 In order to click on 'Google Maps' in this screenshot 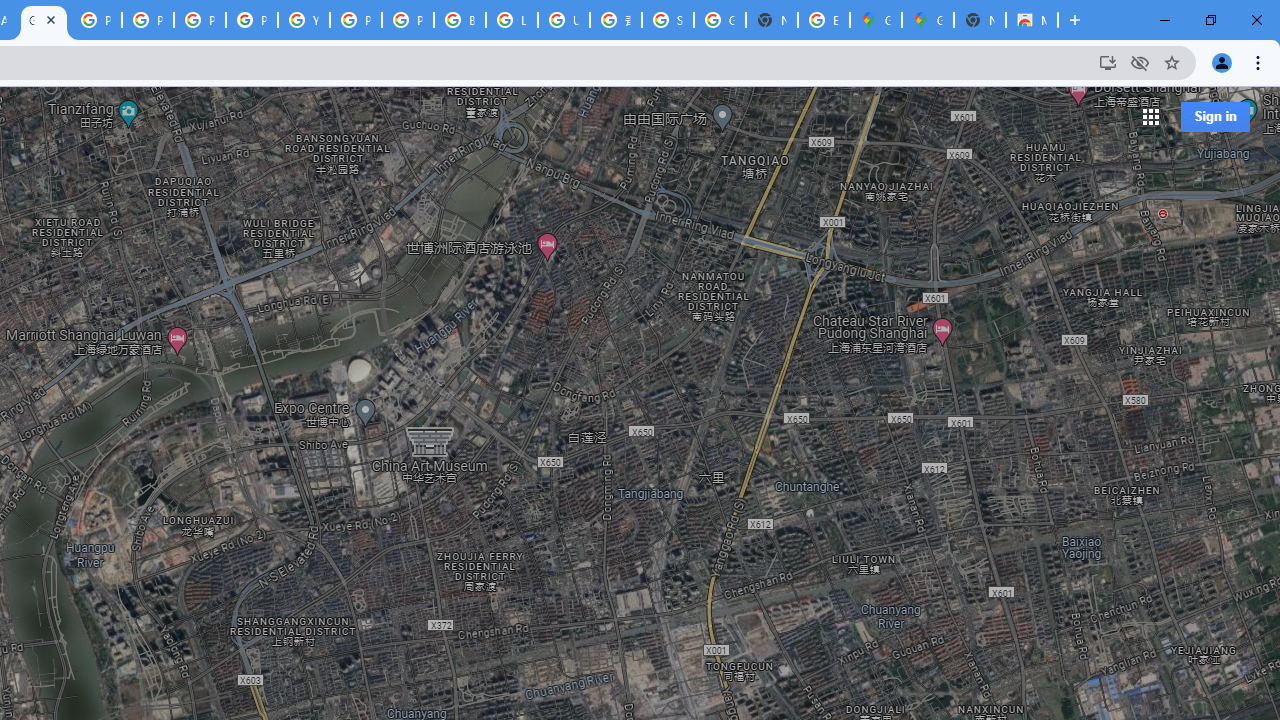, I will do `click(927, 20)`.